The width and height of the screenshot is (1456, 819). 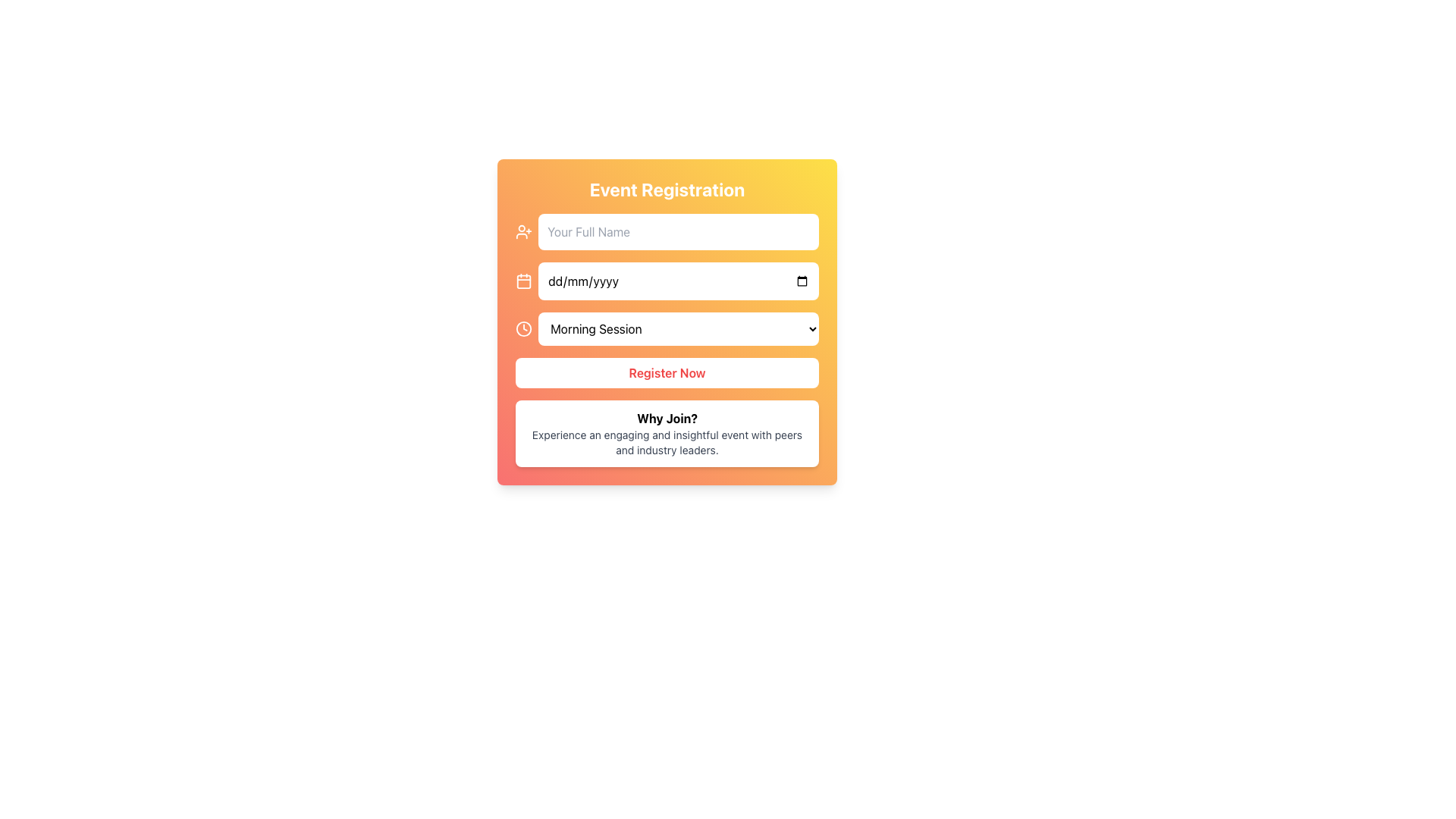 I want to click on the decorative icon indicating the name input field in the registration form, located to the left of the 'Your Full Name' text input, so click(x=524, y=231).